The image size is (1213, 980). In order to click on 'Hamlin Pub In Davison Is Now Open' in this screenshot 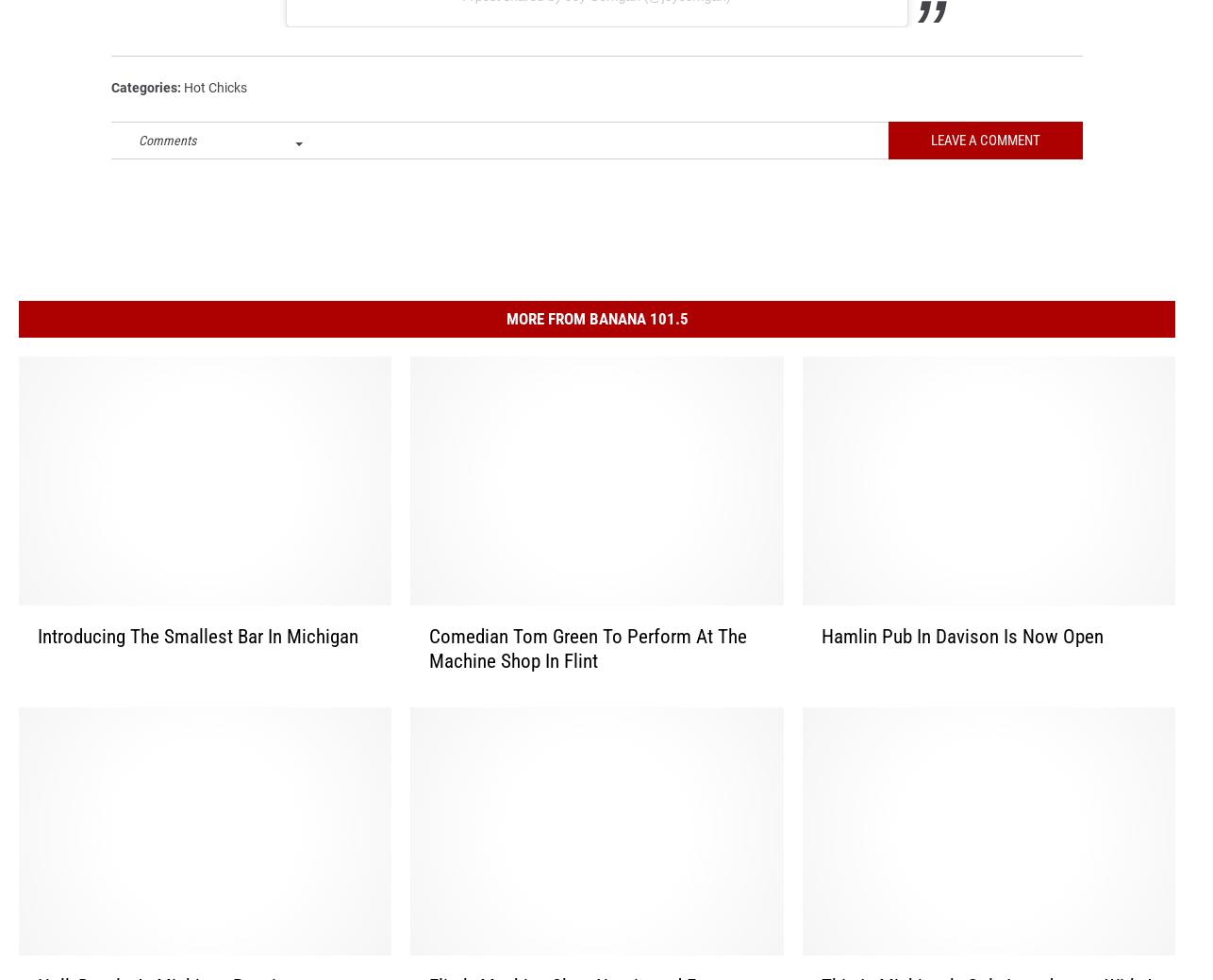, I will do `click(820, 660)`.